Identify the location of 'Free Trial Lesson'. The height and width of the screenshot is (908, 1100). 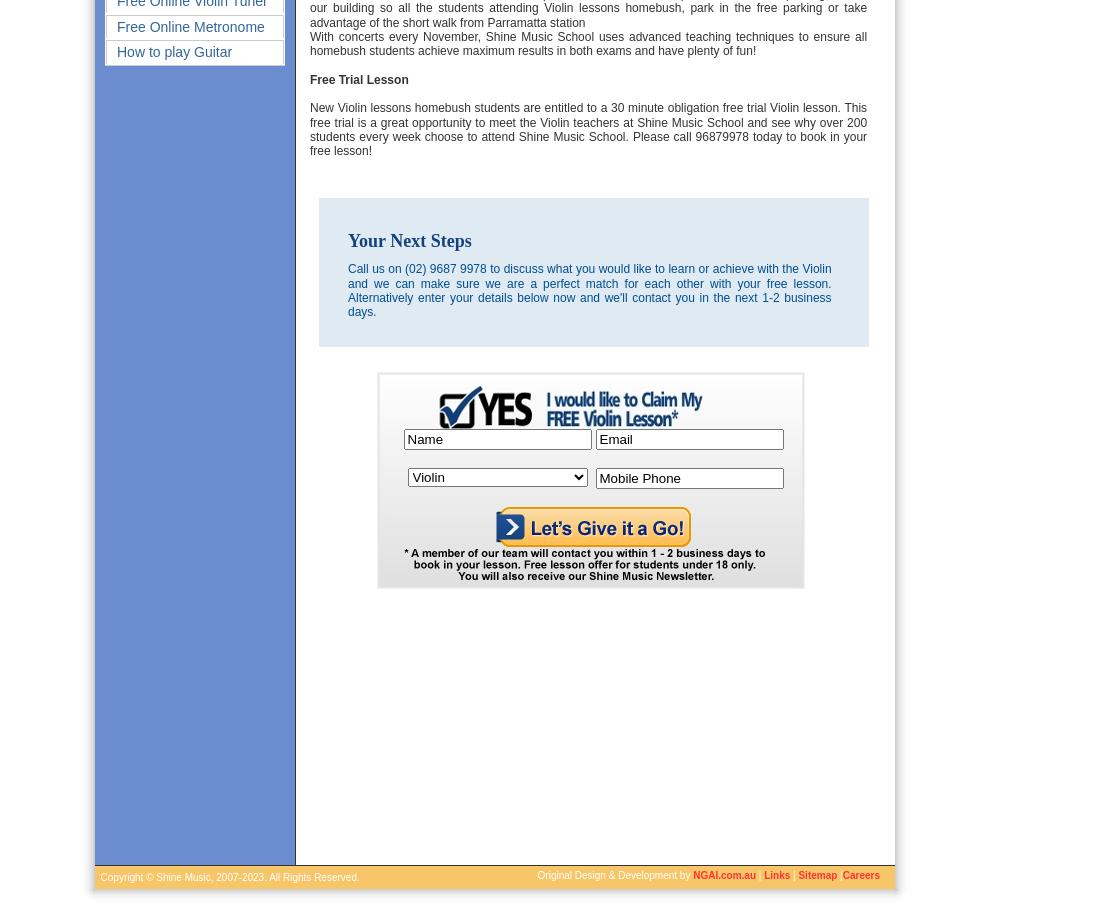
(359, 77).